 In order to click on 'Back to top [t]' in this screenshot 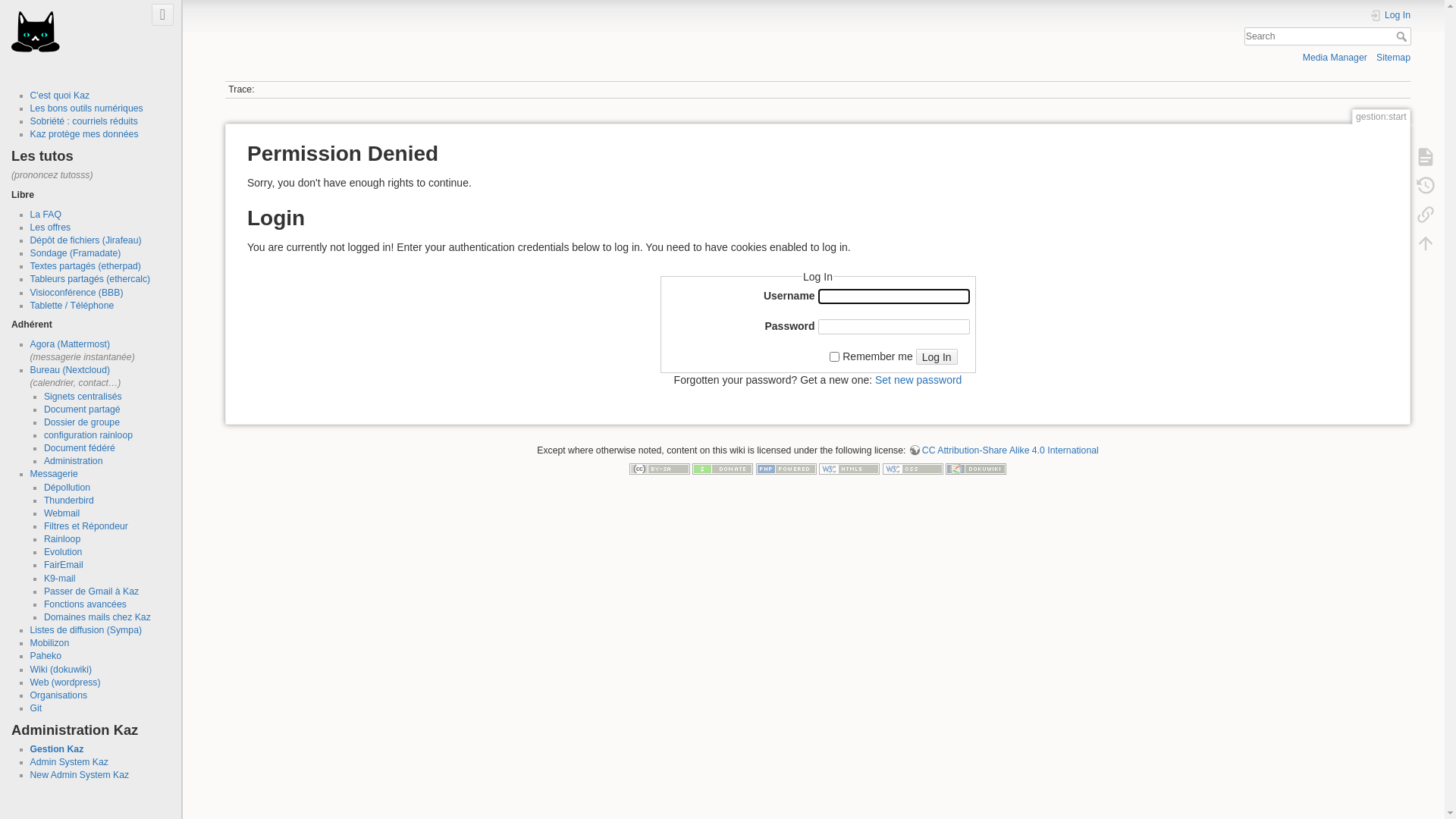, I will do `click(1425, 242)`.